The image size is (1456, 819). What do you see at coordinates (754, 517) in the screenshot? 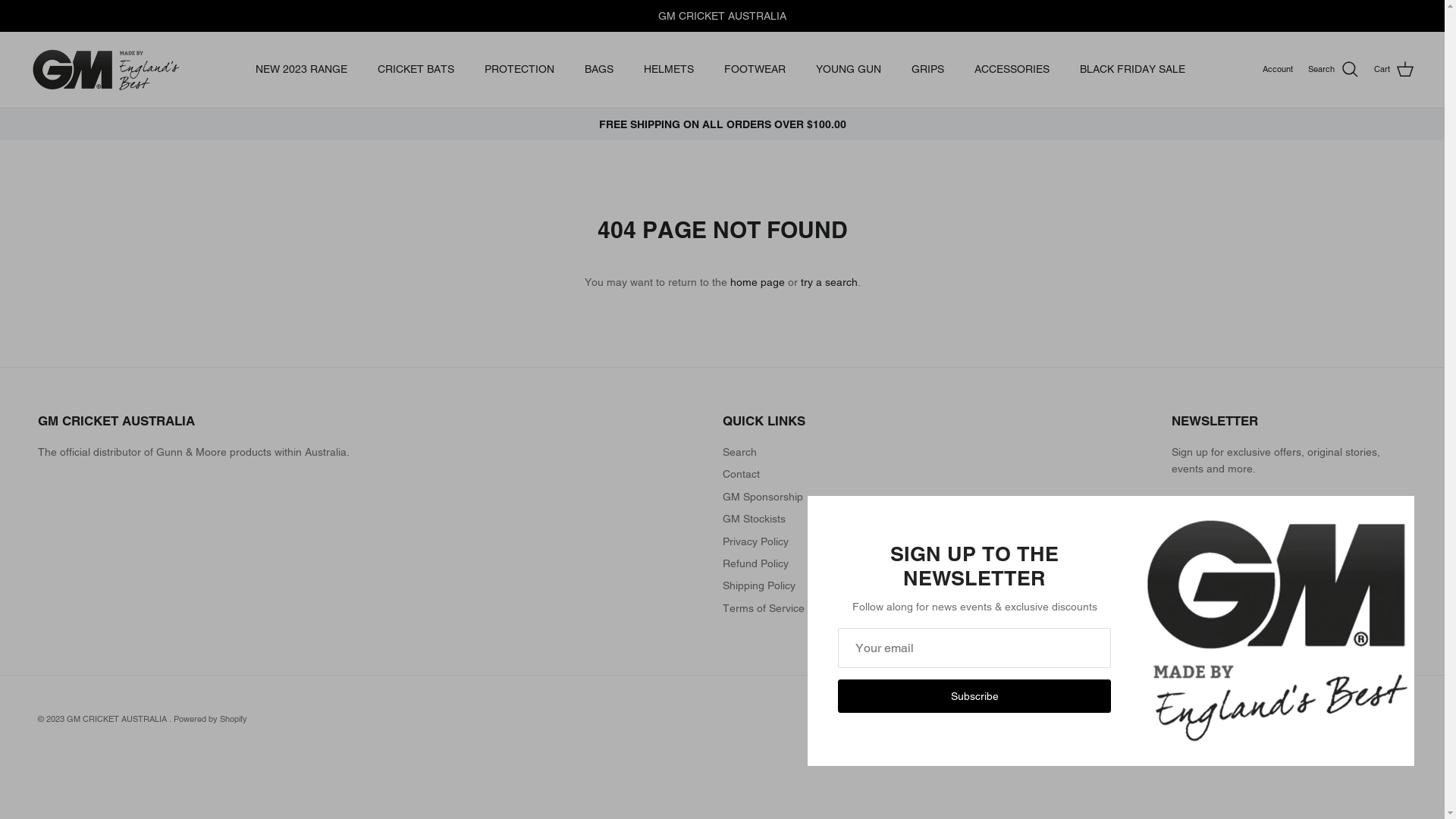
I see `'GM Stockists'` at bounding box center [754, 517].